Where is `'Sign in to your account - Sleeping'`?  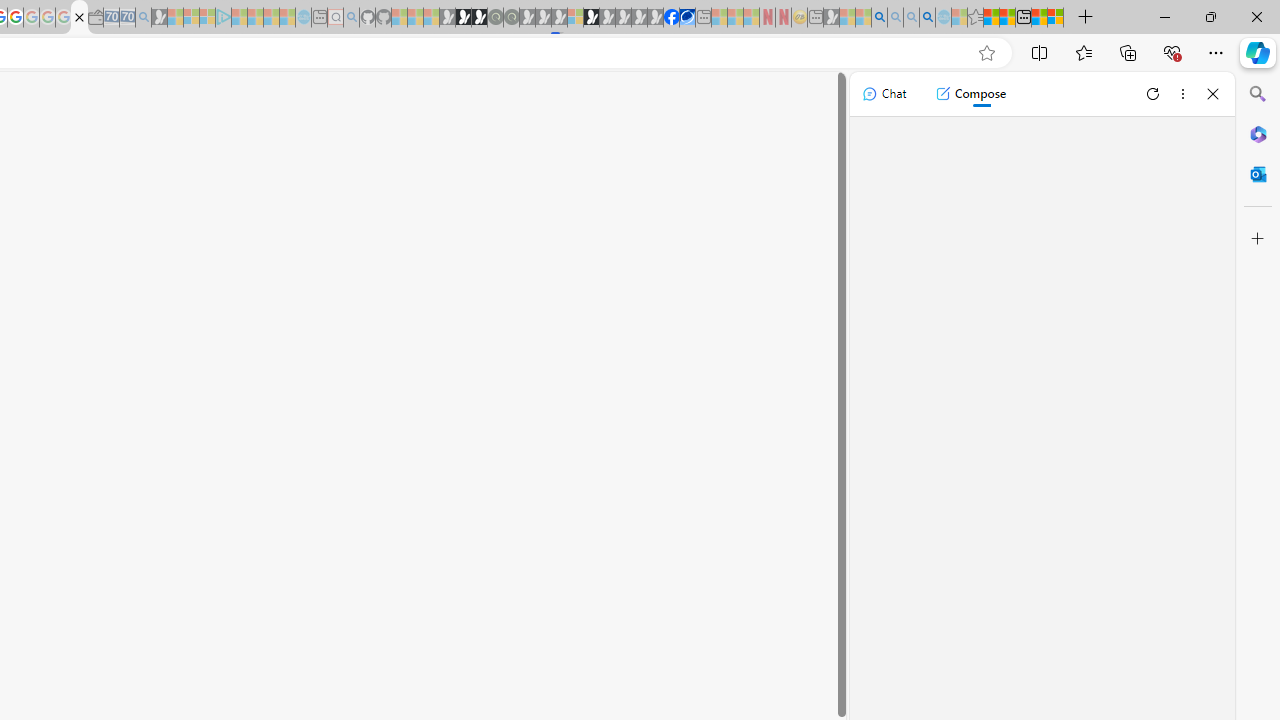
'Sign in to your account - Sleeping' is located at coordinates (574, 17).